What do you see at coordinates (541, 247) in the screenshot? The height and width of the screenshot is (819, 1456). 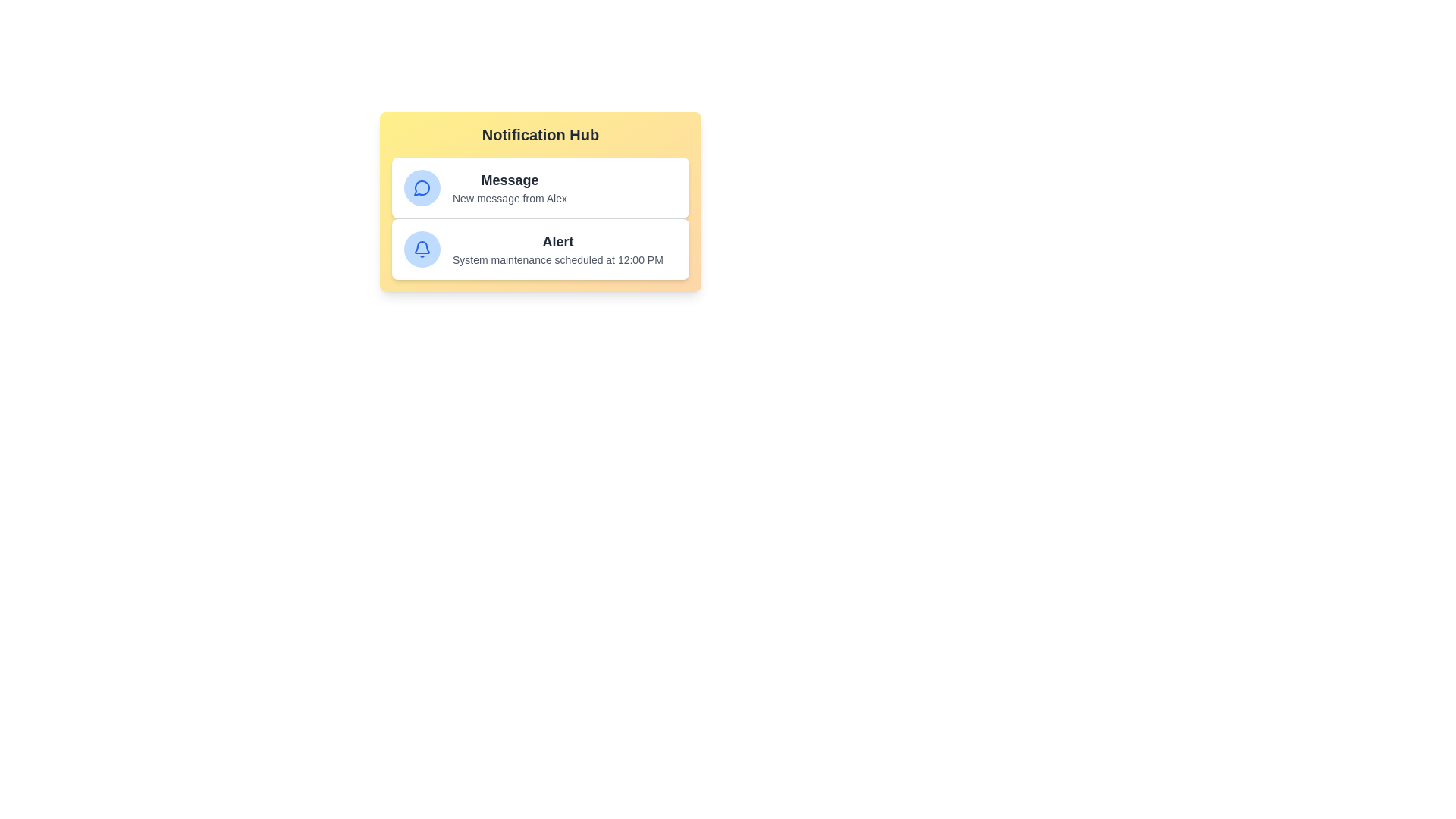 I see `the notification item Alert` at bounding box center [541, 247].